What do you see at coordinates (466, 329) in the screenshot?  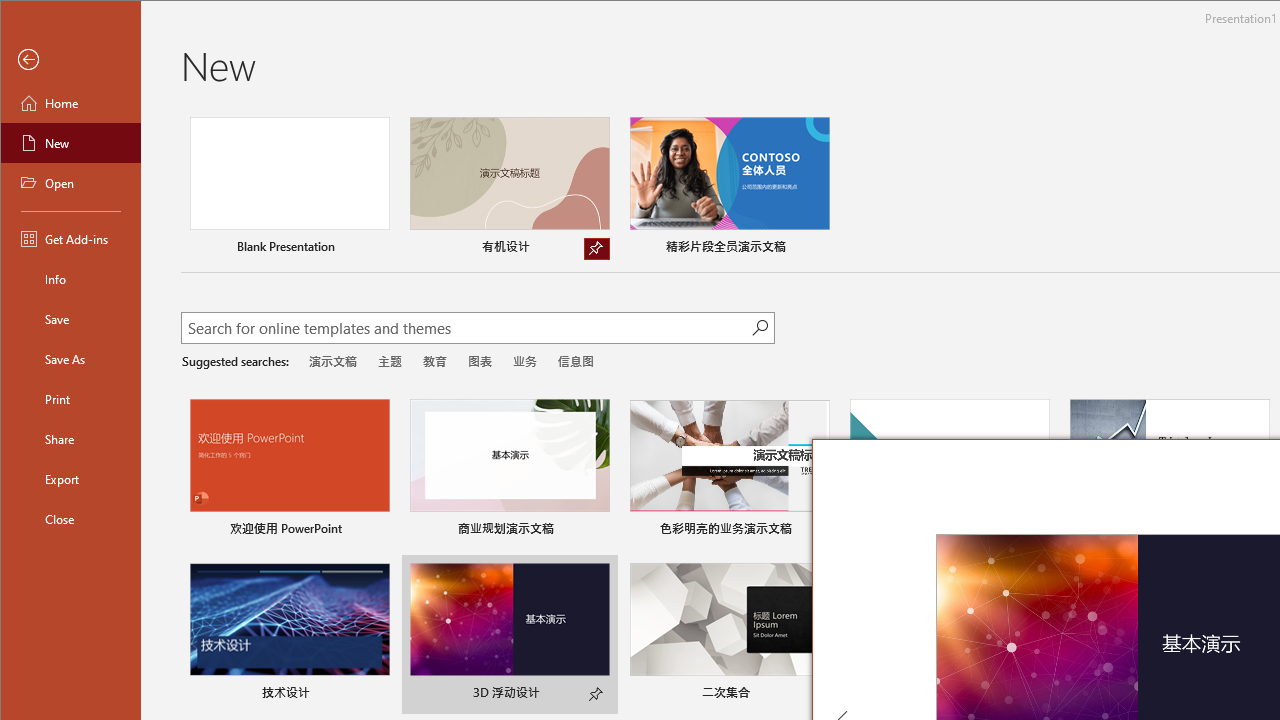 I see `'Search for online templates and themes'` at bounding box center [466, 329].